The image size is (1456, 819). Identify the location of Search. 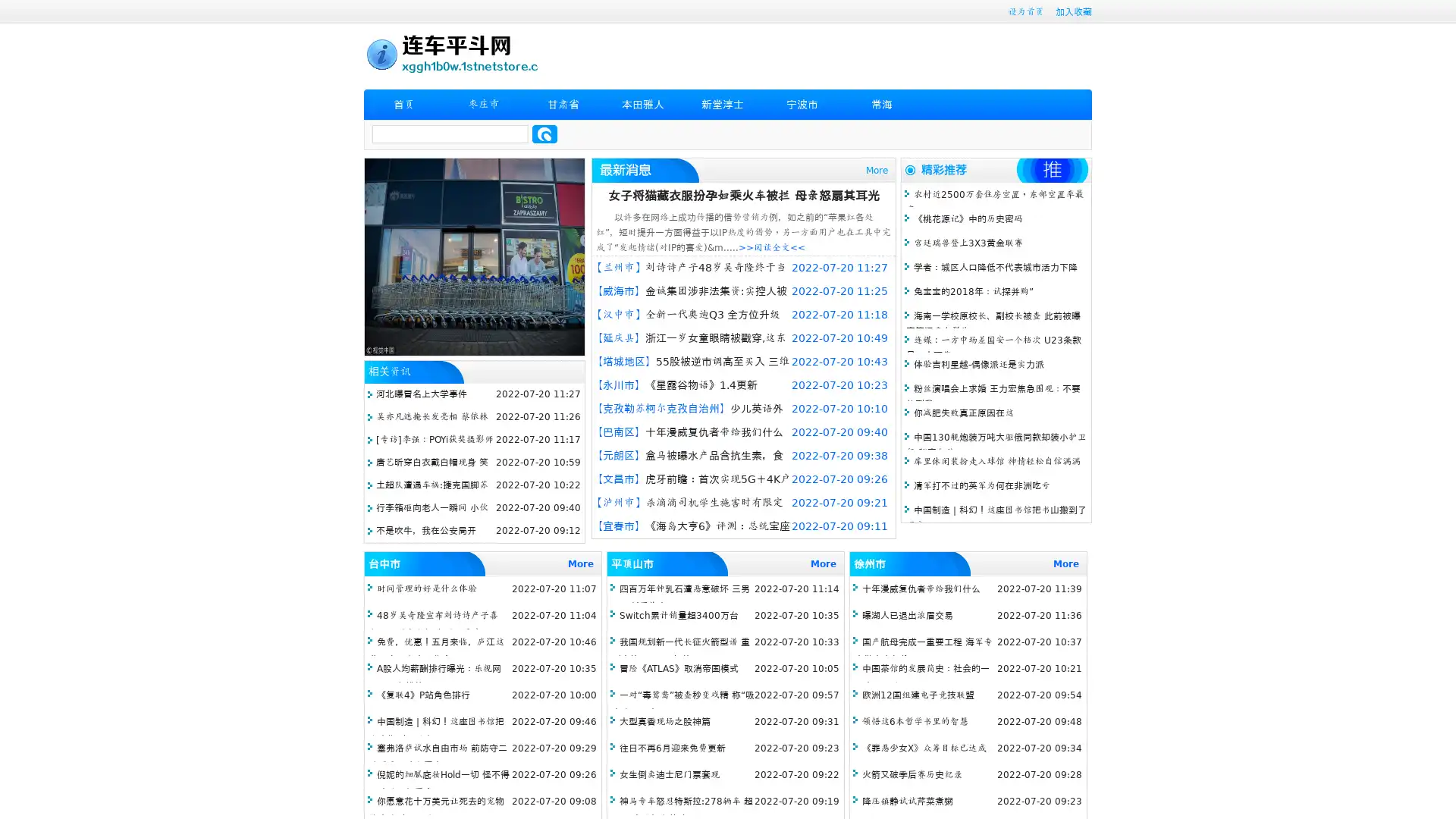
(544, 133).